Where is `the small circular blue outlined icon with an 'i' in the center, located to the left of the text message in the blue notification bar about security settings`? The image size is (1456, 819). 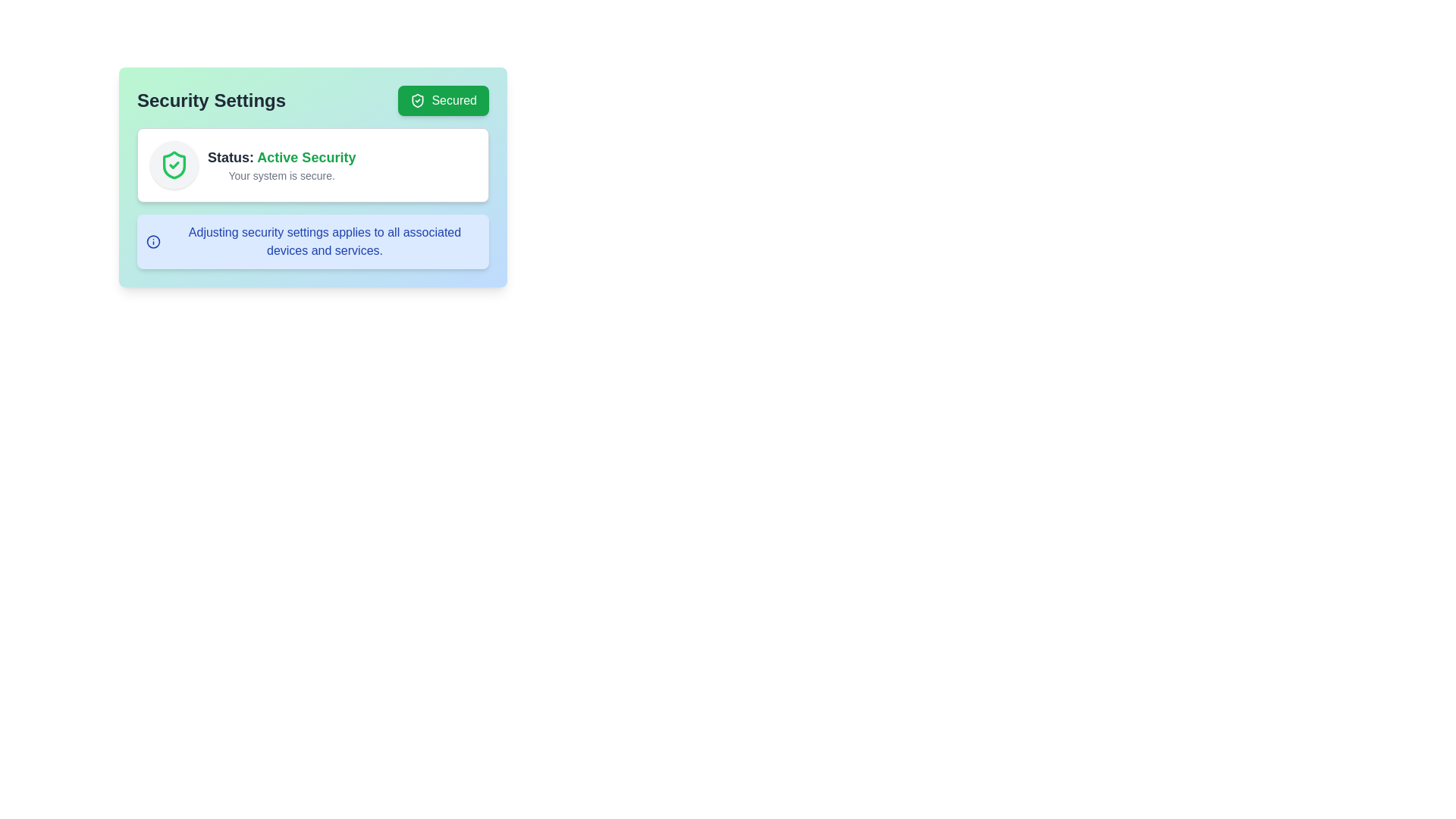 the small circular blue outlined icon with an 'i' in the center, located to the left of the text message in the blue notification bar about security settings is located at coordinates (153, 241).